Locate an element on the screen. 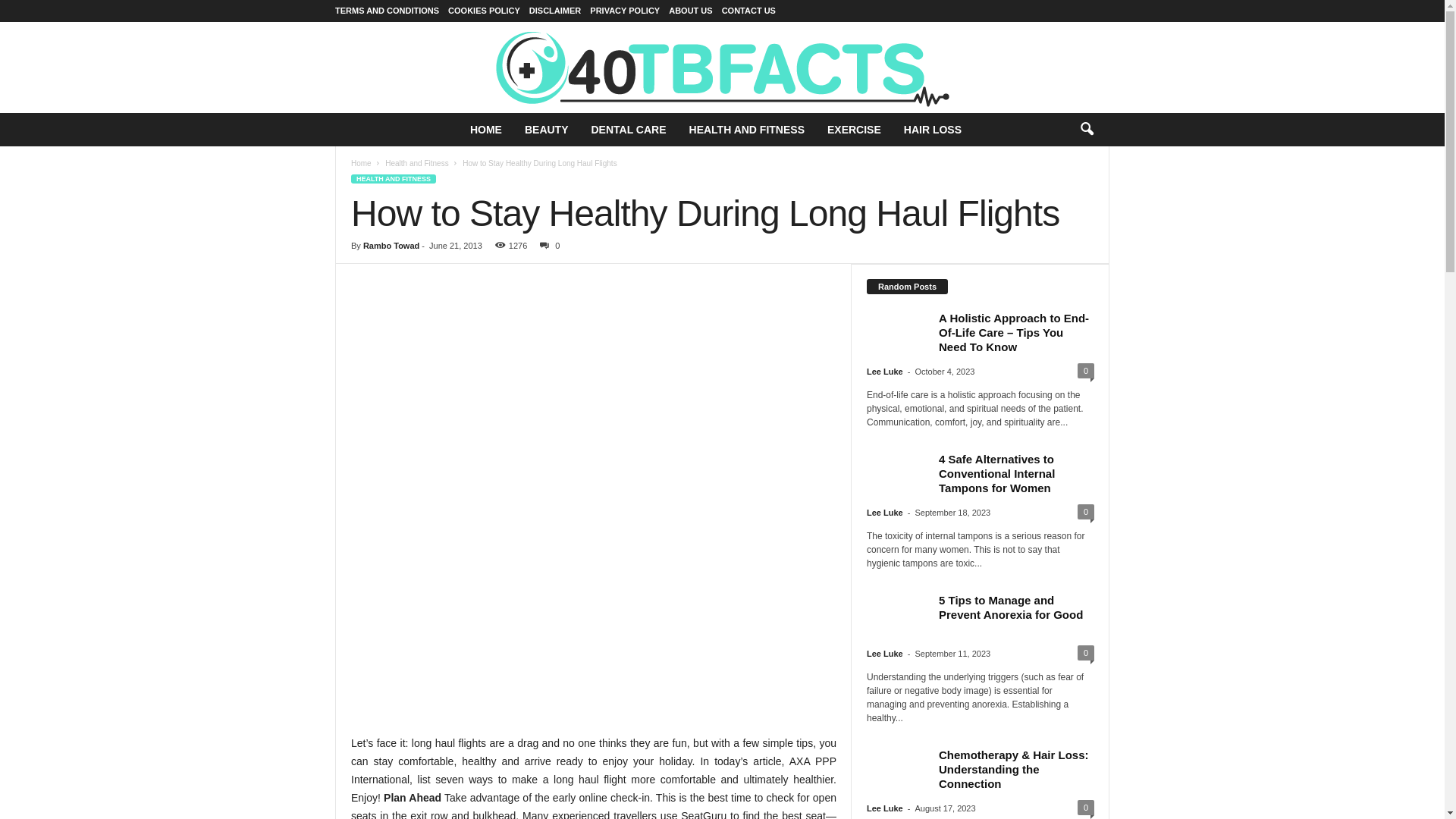 This screenshot has width=1456, height=819. 'PRIVACY POLICY' is located at coordinates (625, 11).